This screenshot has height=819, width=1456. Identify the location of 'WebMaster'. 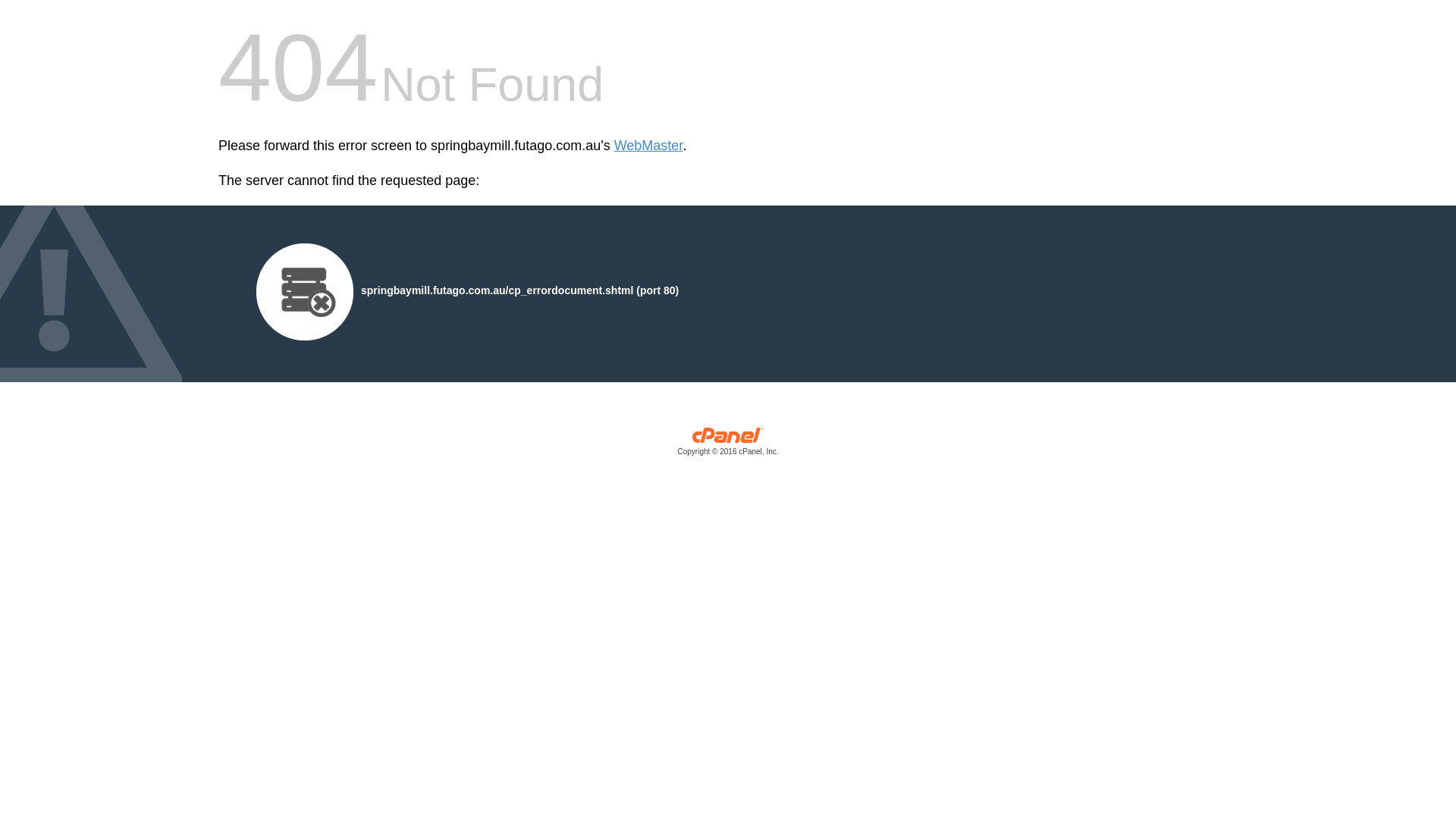
(614, 146).